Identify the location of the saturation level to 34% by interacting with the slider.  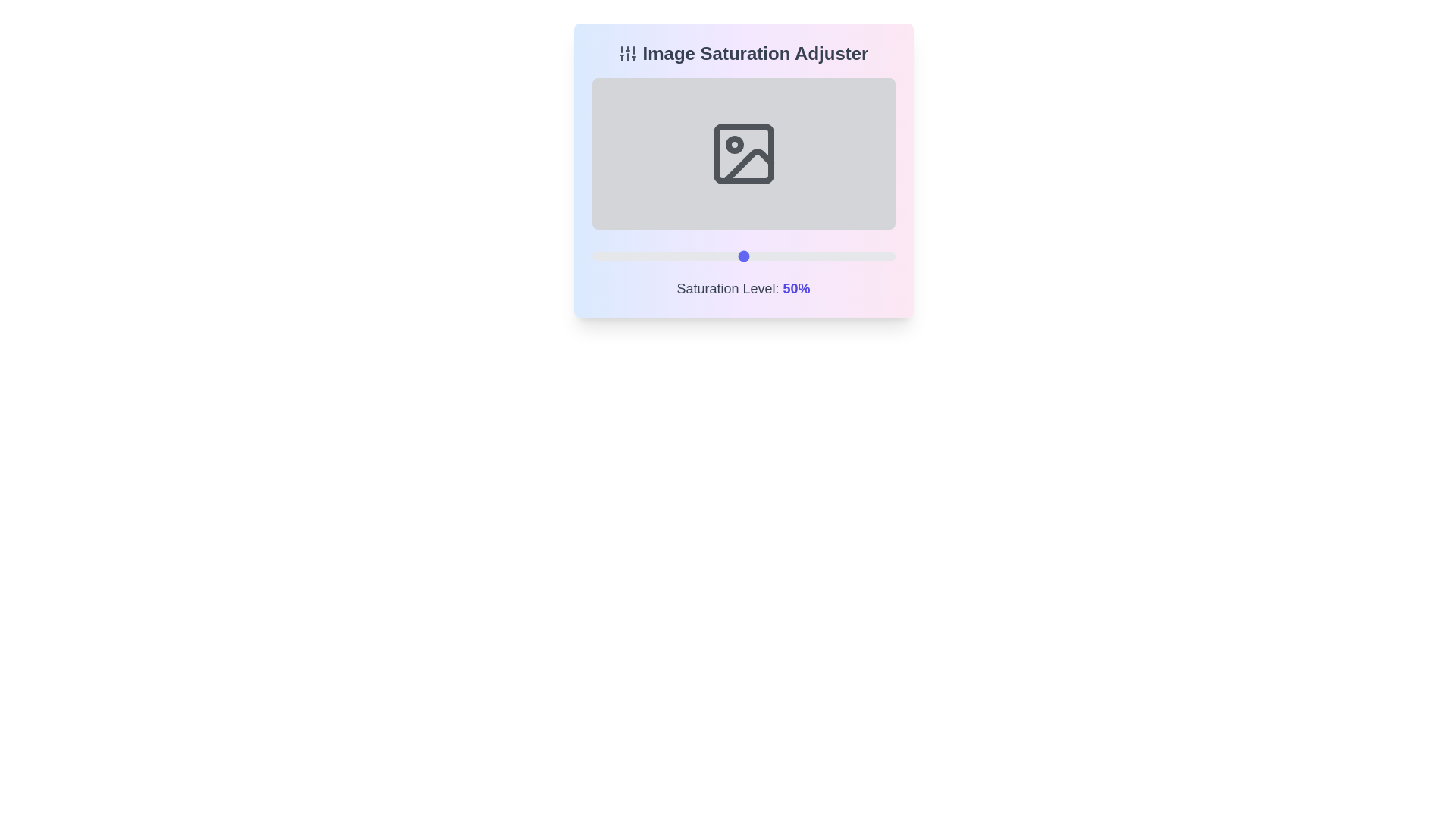
(694, 256).